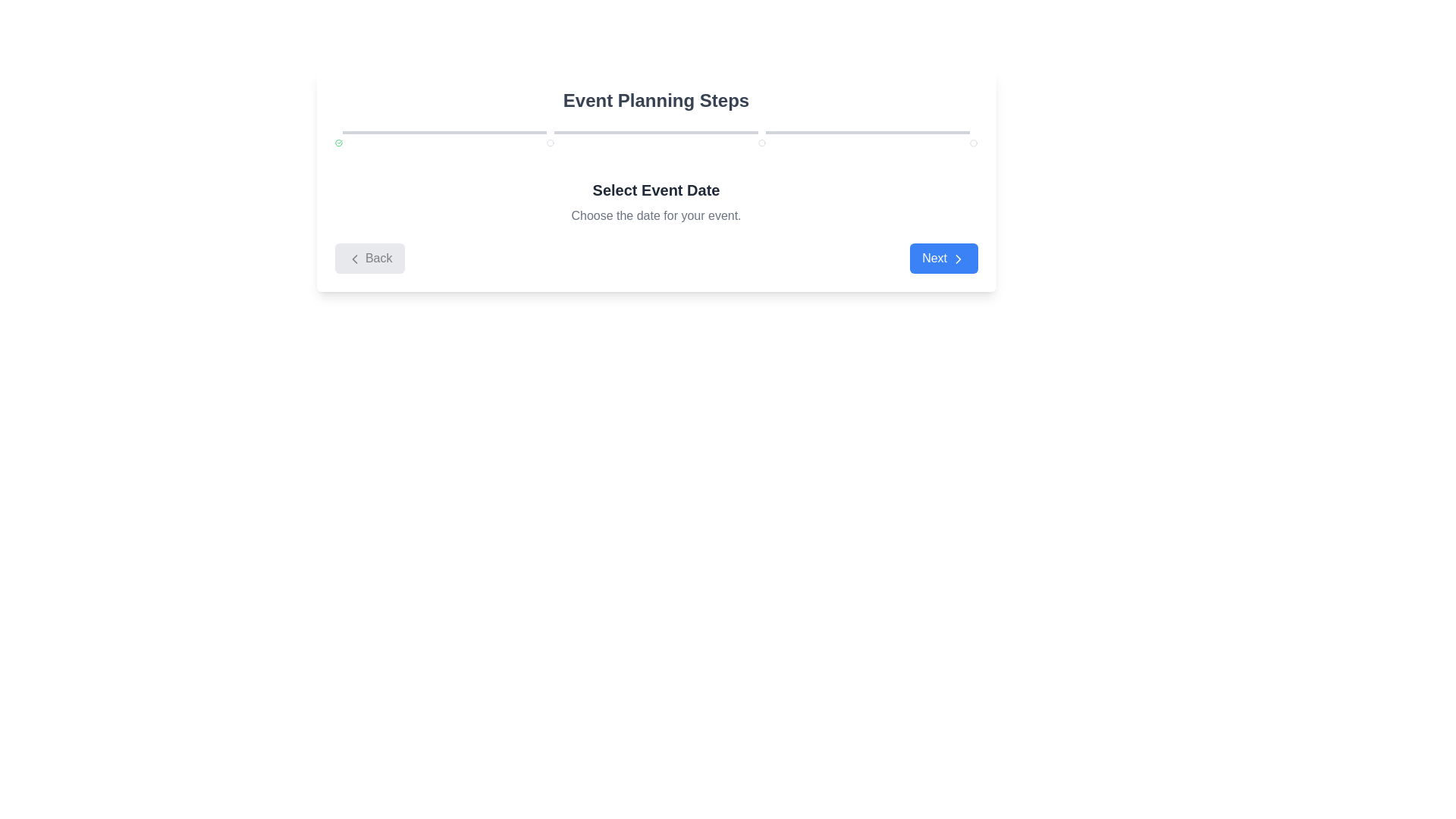  I want to click on around the second segment of the progress bar, which visually represents a portion of progress within a horizontal progress indicator, so click(656, 131).